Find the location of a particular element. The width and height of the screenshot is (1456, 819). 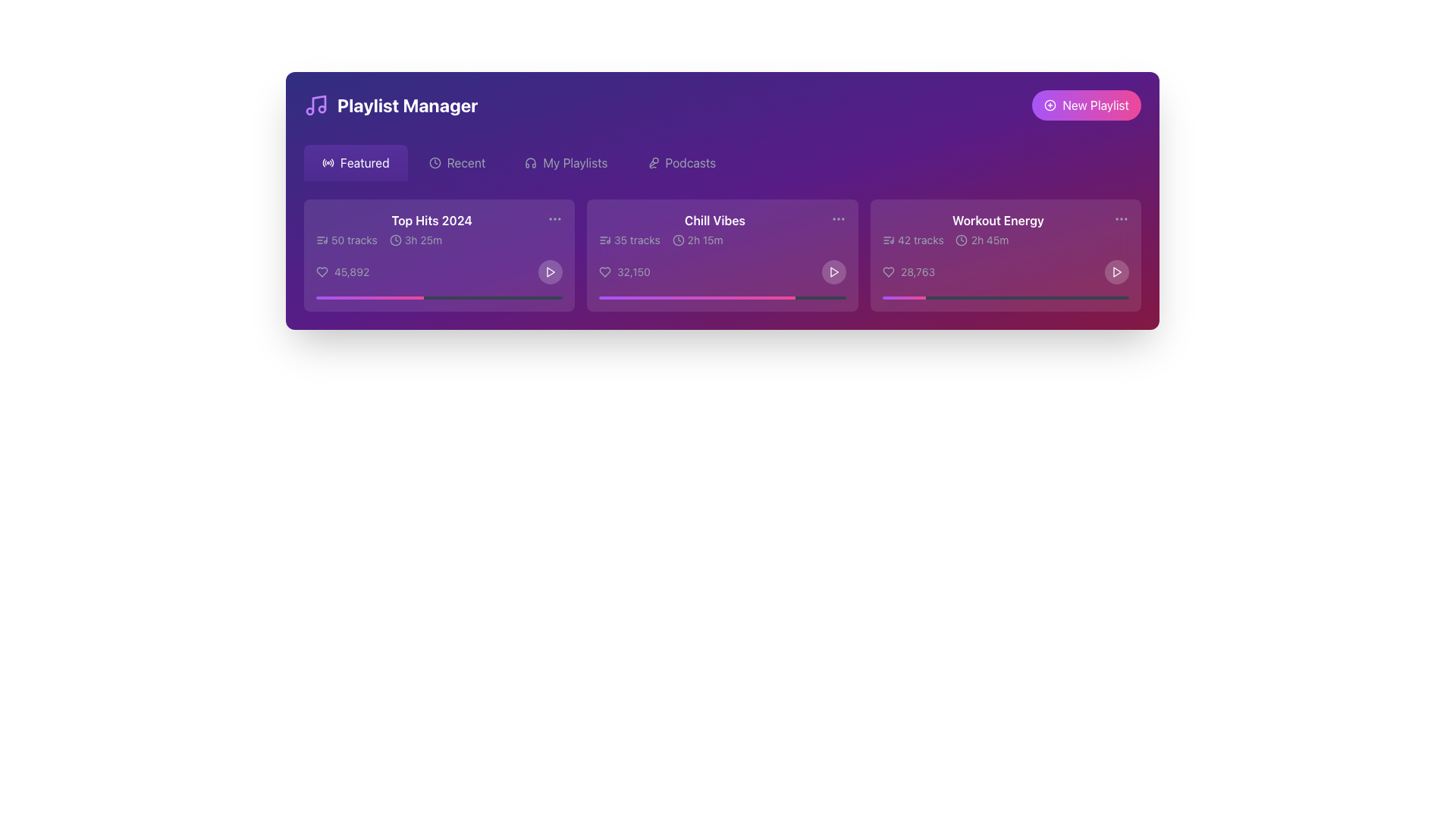

the vertically arranged set of three dots in the top-right corner of the 'Chill Vibes' tile is located at coordinates (837, 219).